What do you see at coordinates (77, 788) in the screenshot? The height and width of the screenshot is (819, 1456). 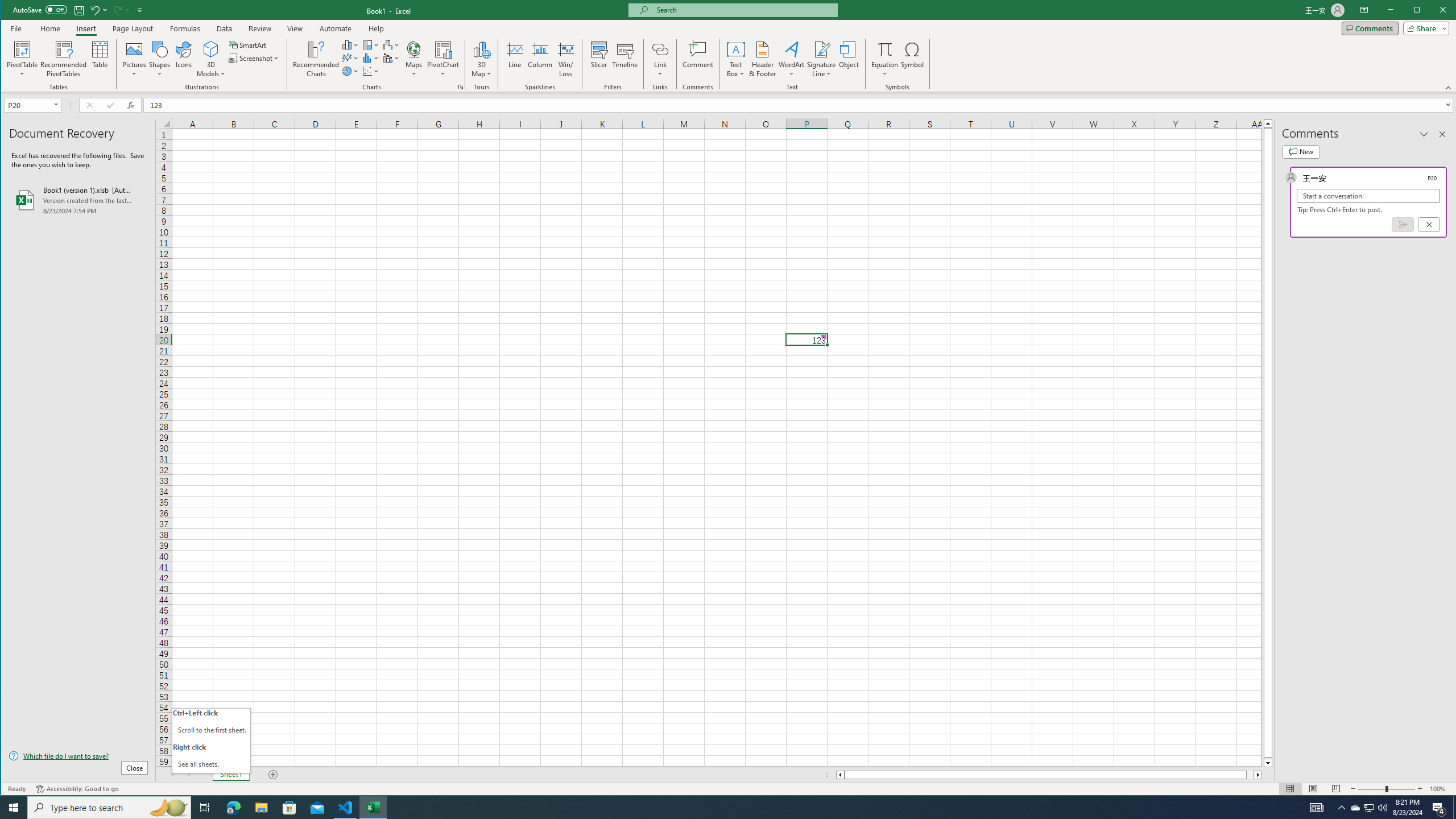 I see `'Accessibility Checker Accessibility: Good to go'` at bounding box center [77, 788].